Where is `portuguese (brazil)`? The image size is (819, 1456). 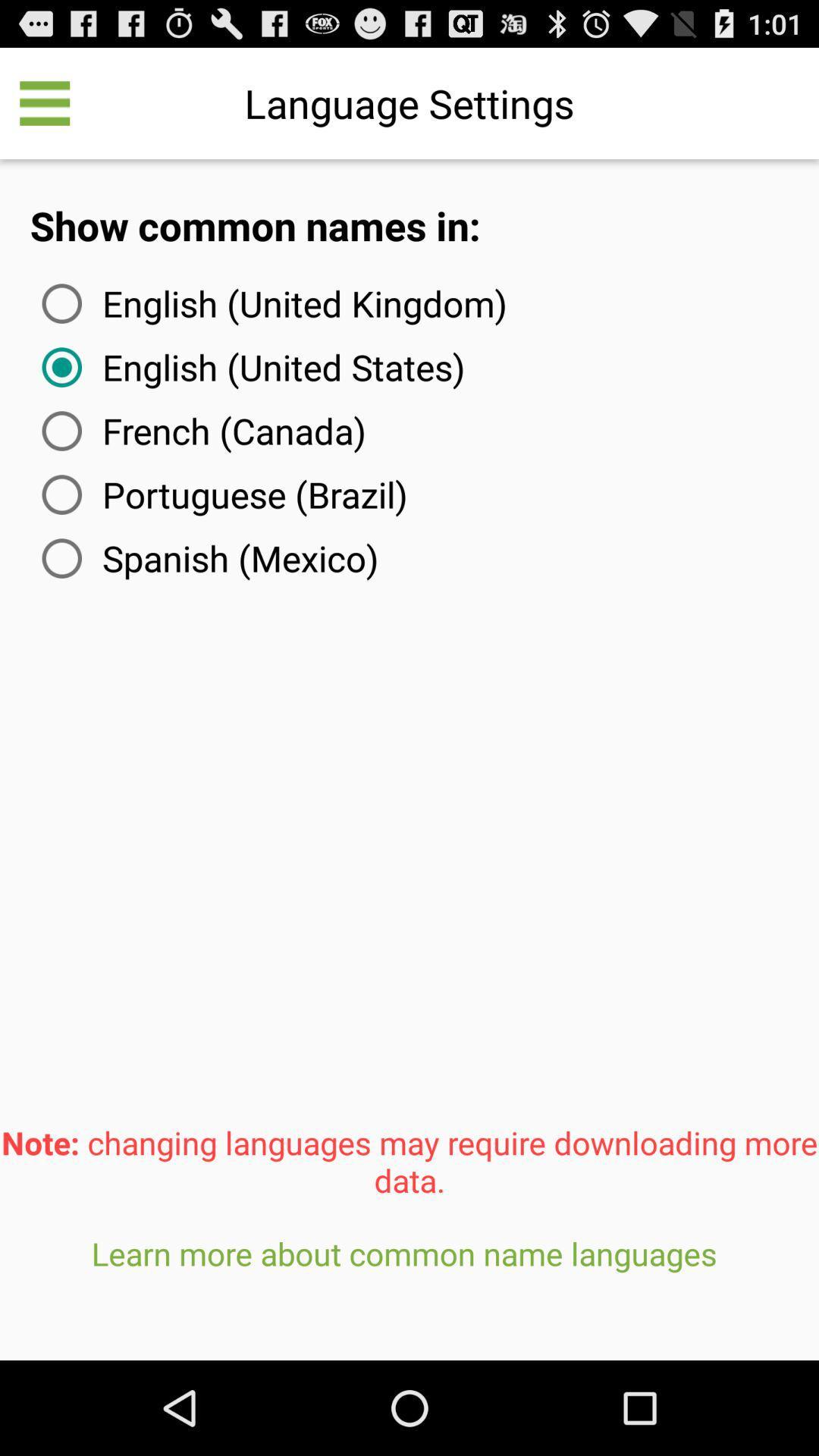
portuguese (brazil) is located at coordinates (221, 494).